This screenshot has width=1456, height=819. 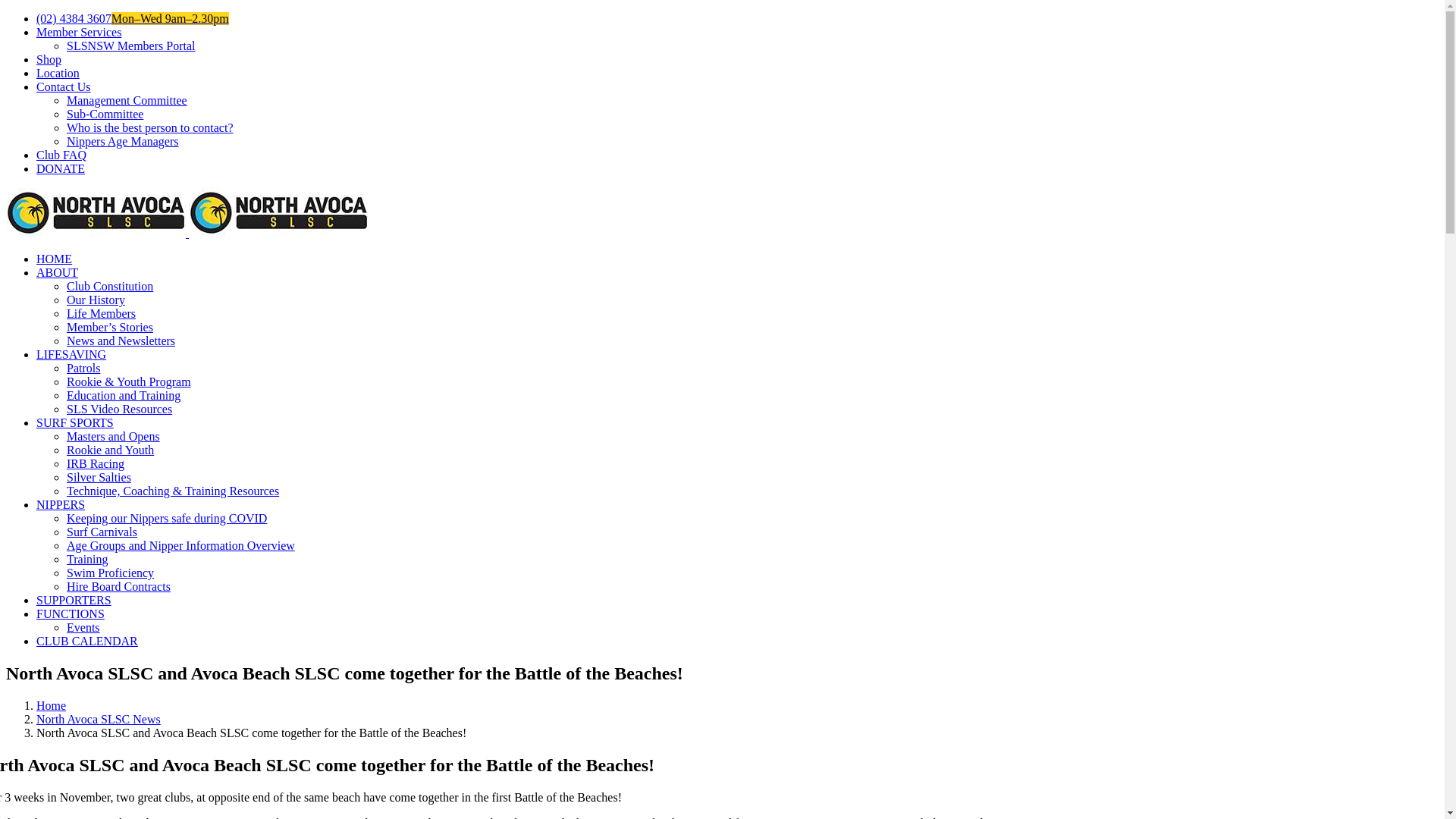 What do you see at coordinates (128, 381) in the screenshot?
I see `'Rookie & Youth Program'` at bounding box center [128, 381].